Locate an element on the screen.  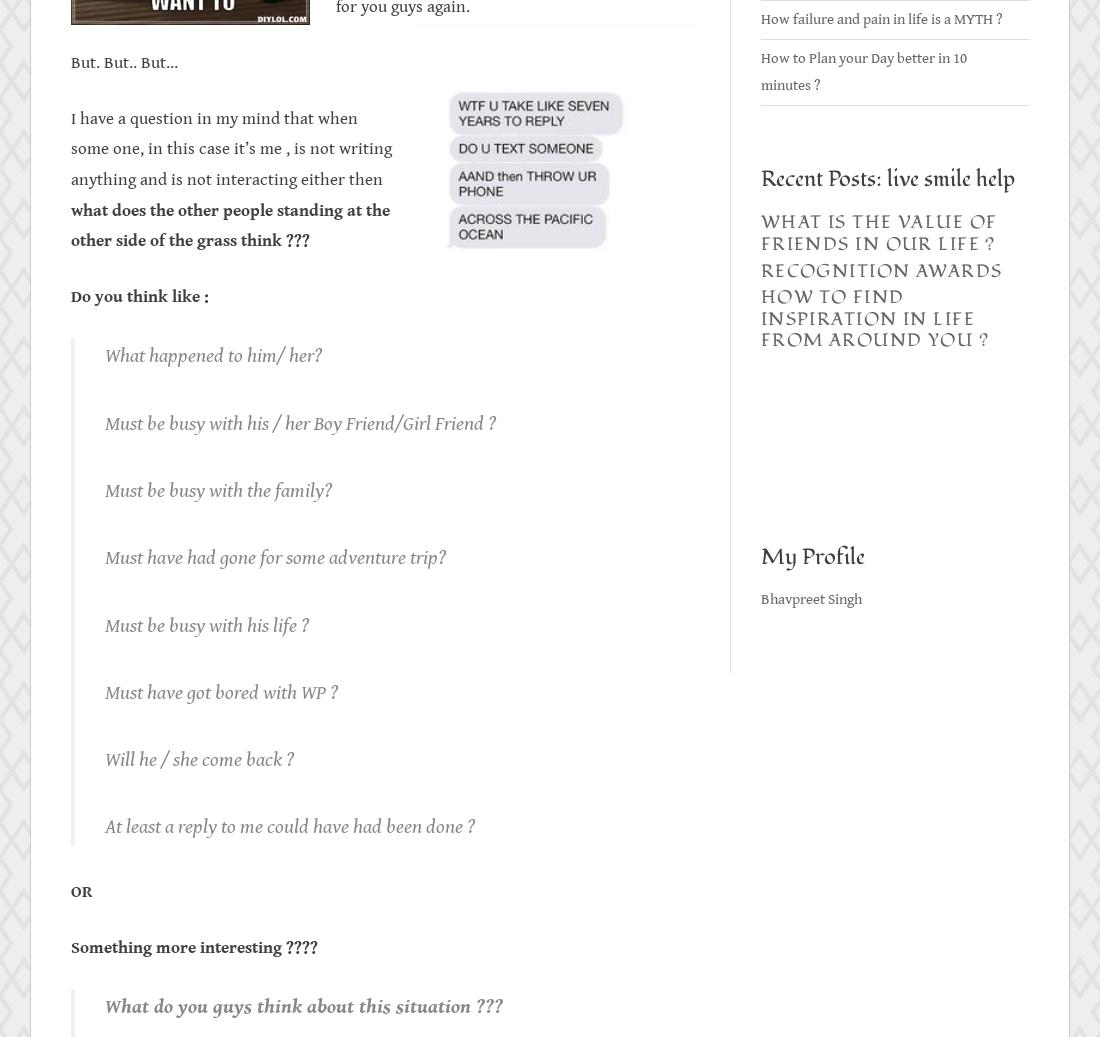
'I have a question in my mind that when some one, in this case it’s me , is not writing anything and is not interacting either then' is located at coordinates (70, 147).